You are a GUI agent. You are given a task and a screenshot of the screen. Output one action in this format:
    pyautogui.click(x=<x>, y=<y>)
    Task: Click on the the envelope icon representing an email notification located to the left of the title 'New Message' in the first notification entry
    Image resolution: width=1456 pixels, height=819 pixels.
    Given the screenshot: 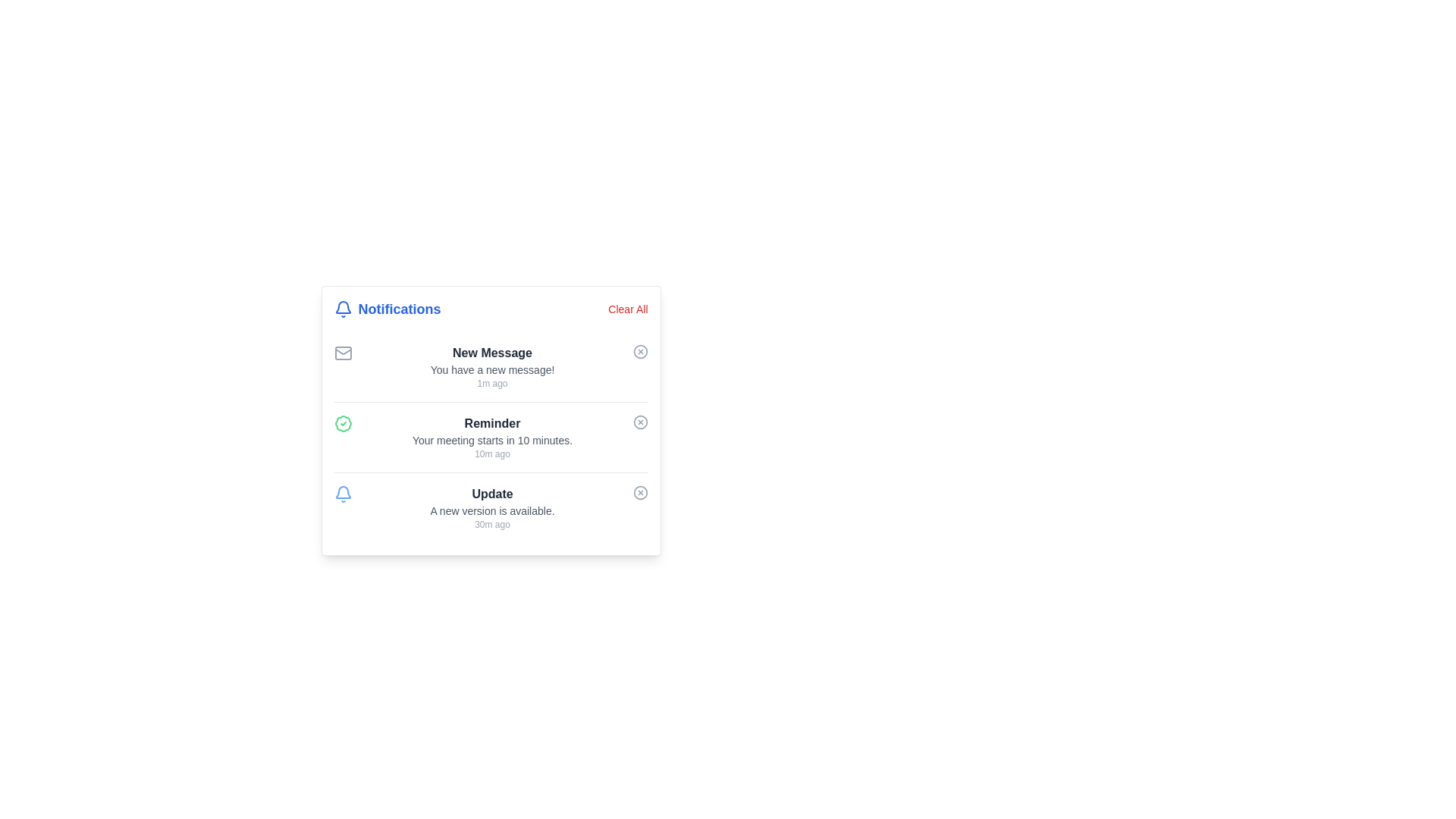 What is the action you would take?
    pyautogui.click(x=342, y=353)
    